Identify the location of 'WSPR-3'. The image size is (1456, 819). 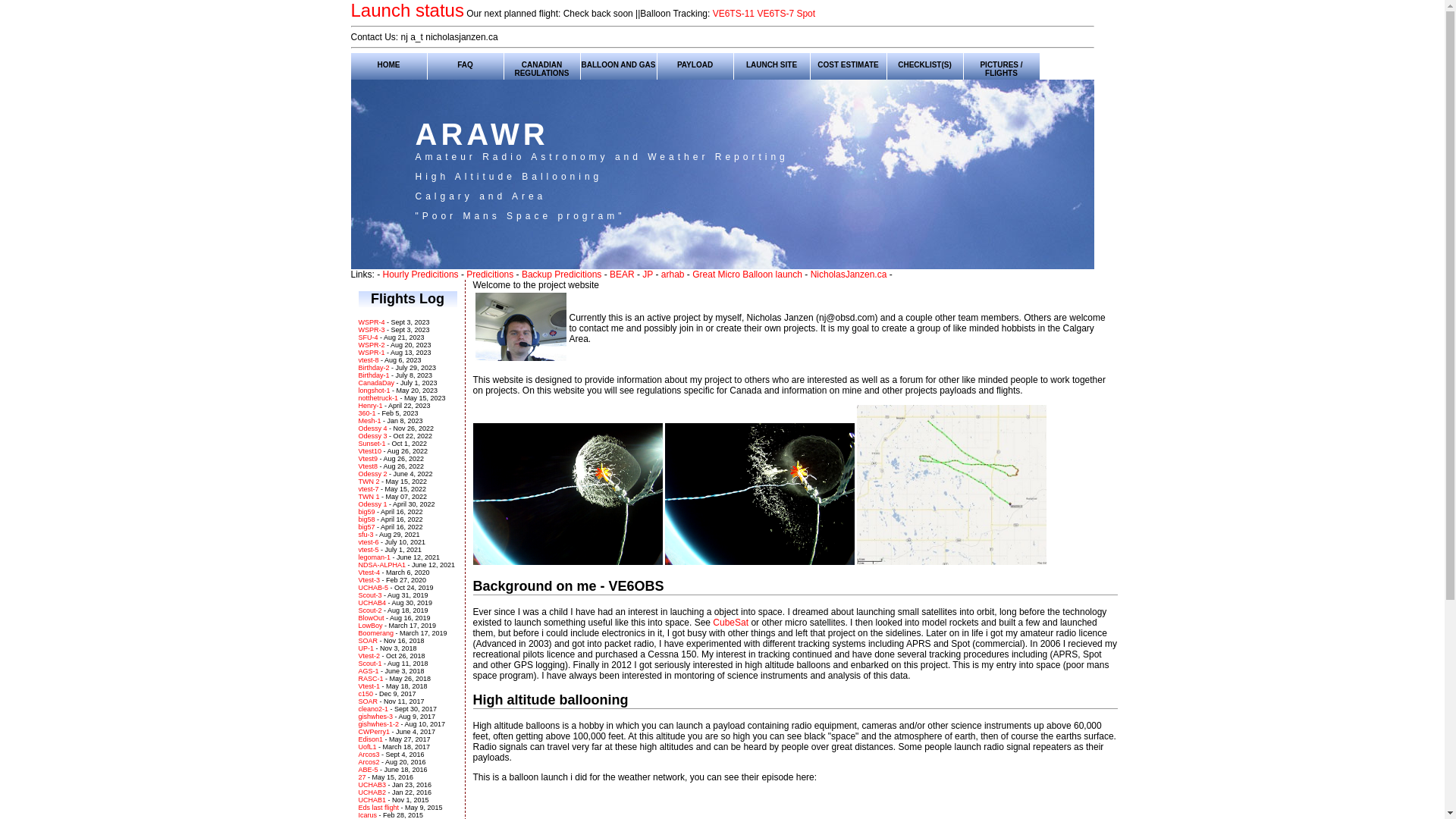
(371, 329).